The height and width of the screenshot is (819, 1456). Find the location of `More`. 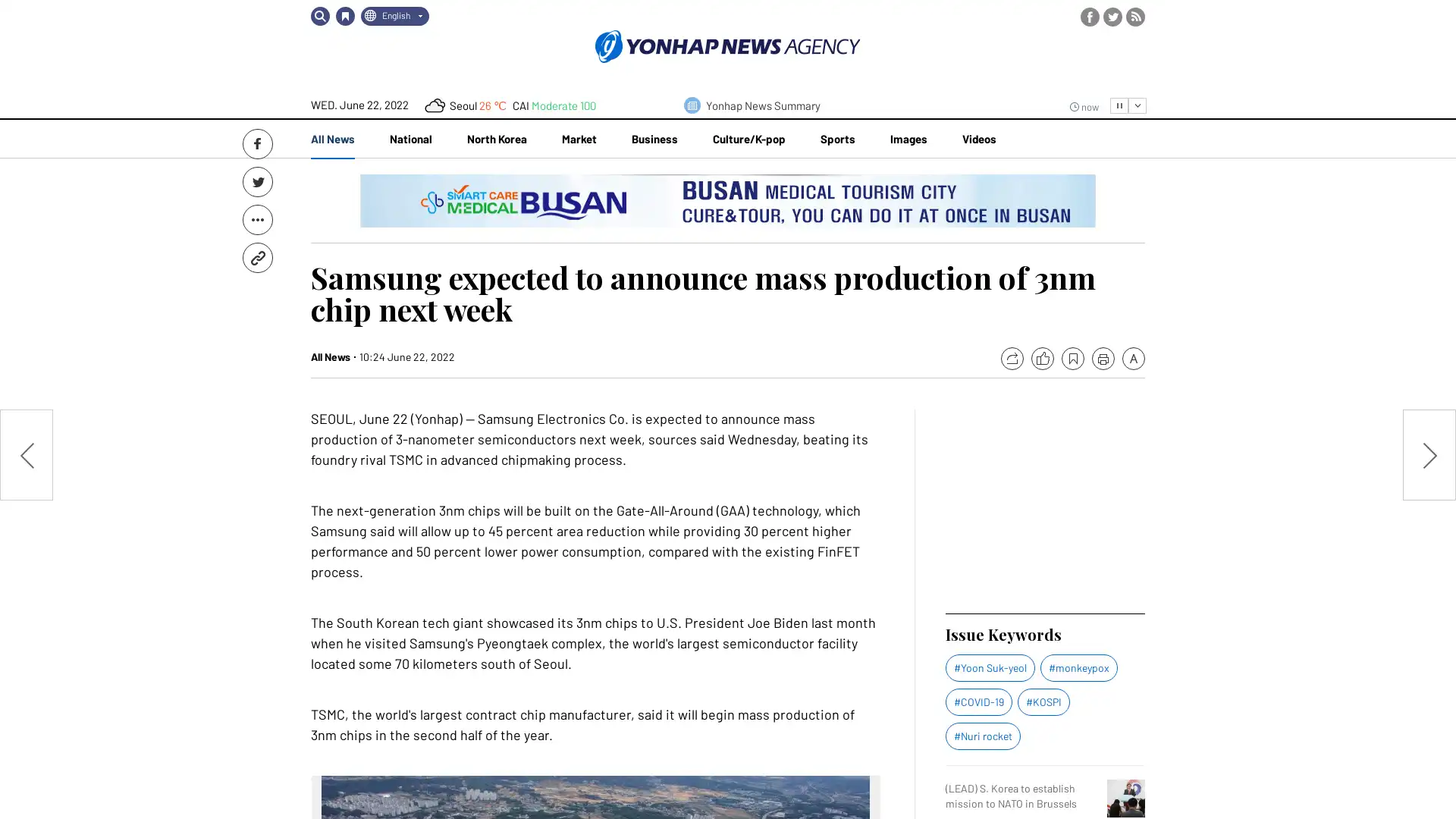

More is located at coordinates (258, 219).